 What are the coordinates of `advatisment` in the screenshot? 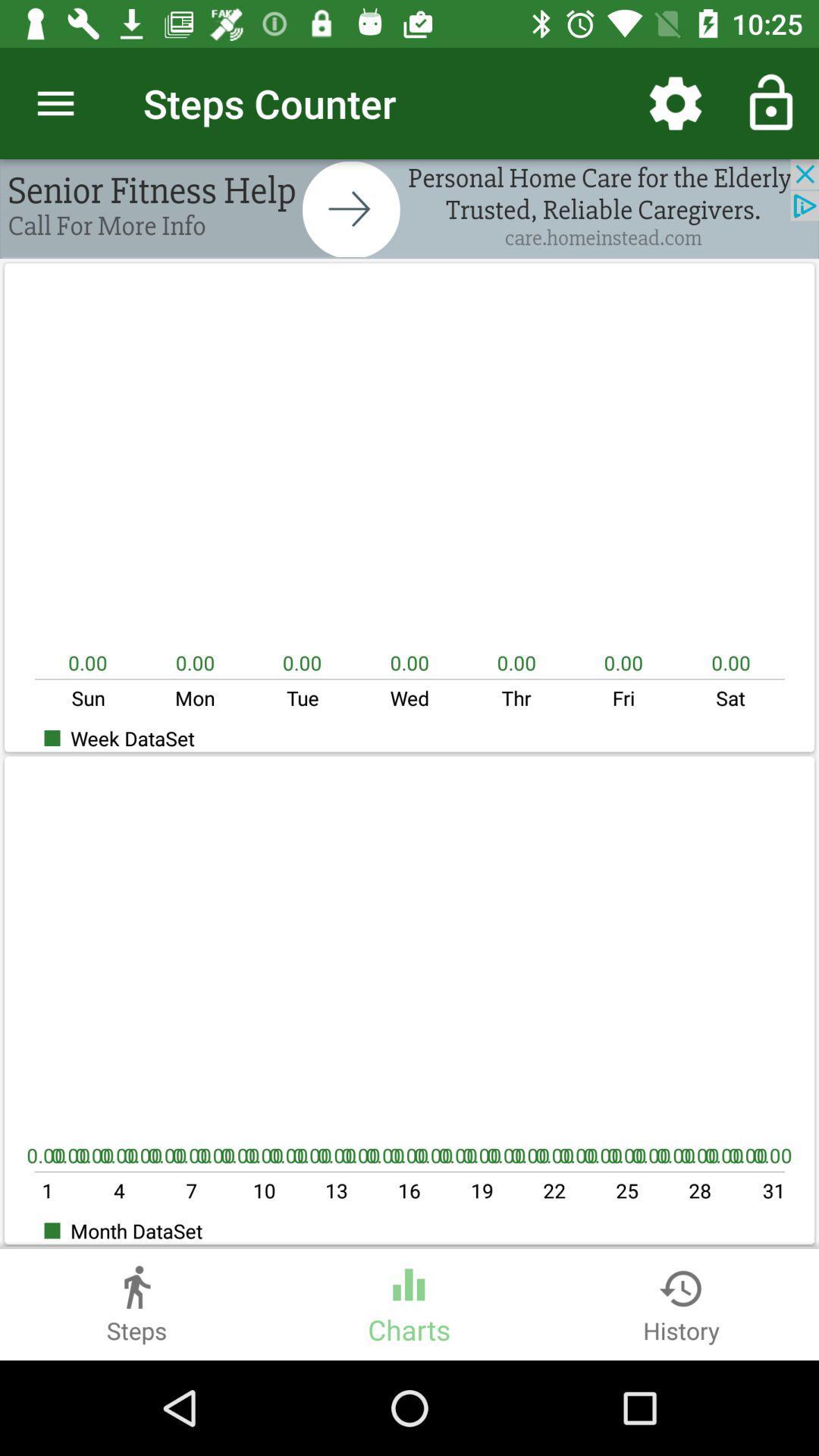 It's located at (409, 208).